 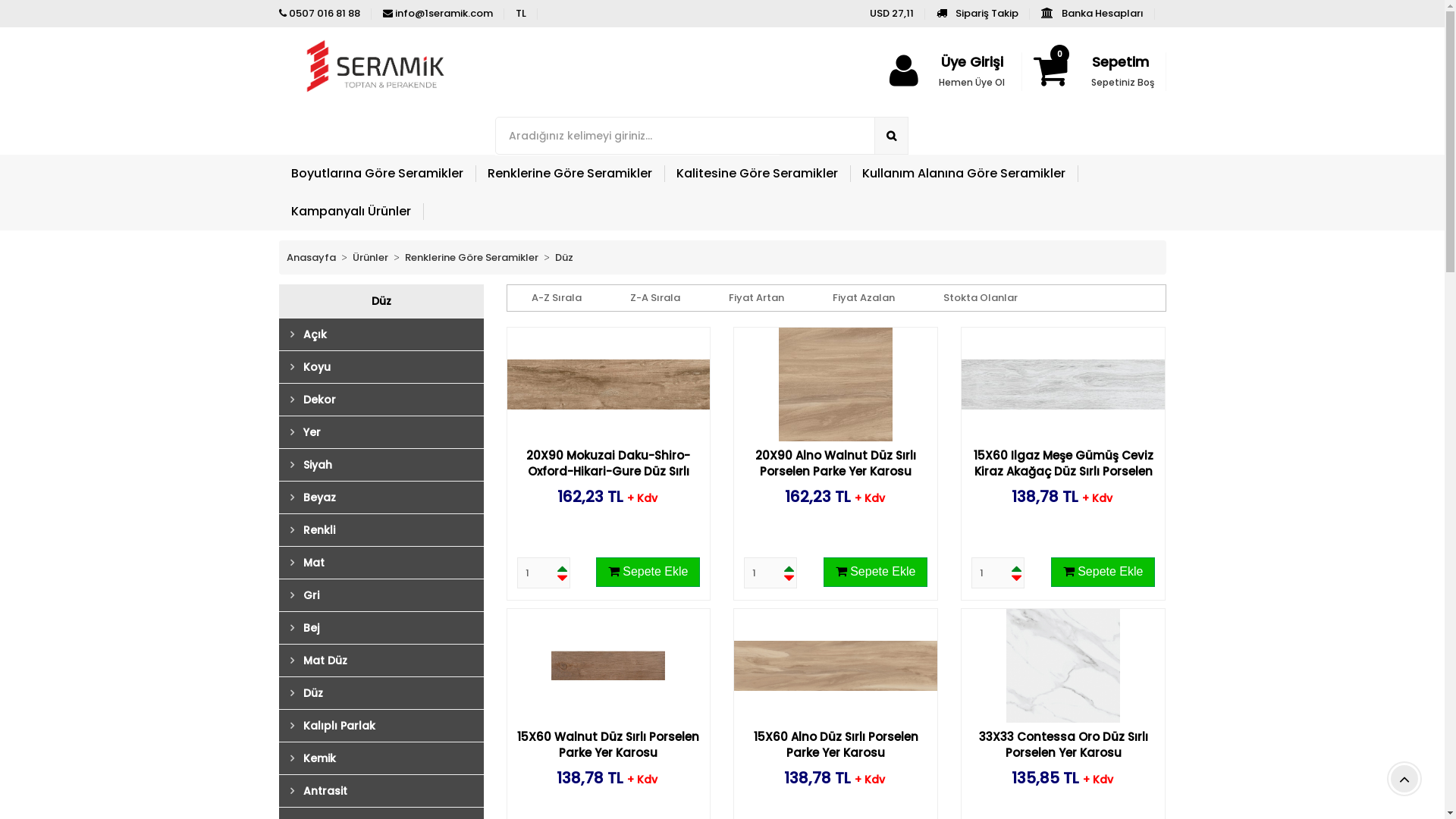 What do you see at coordinates (391, 399) in the screenshot?
I see `'Dekor'` at bounding box center [391, 399].